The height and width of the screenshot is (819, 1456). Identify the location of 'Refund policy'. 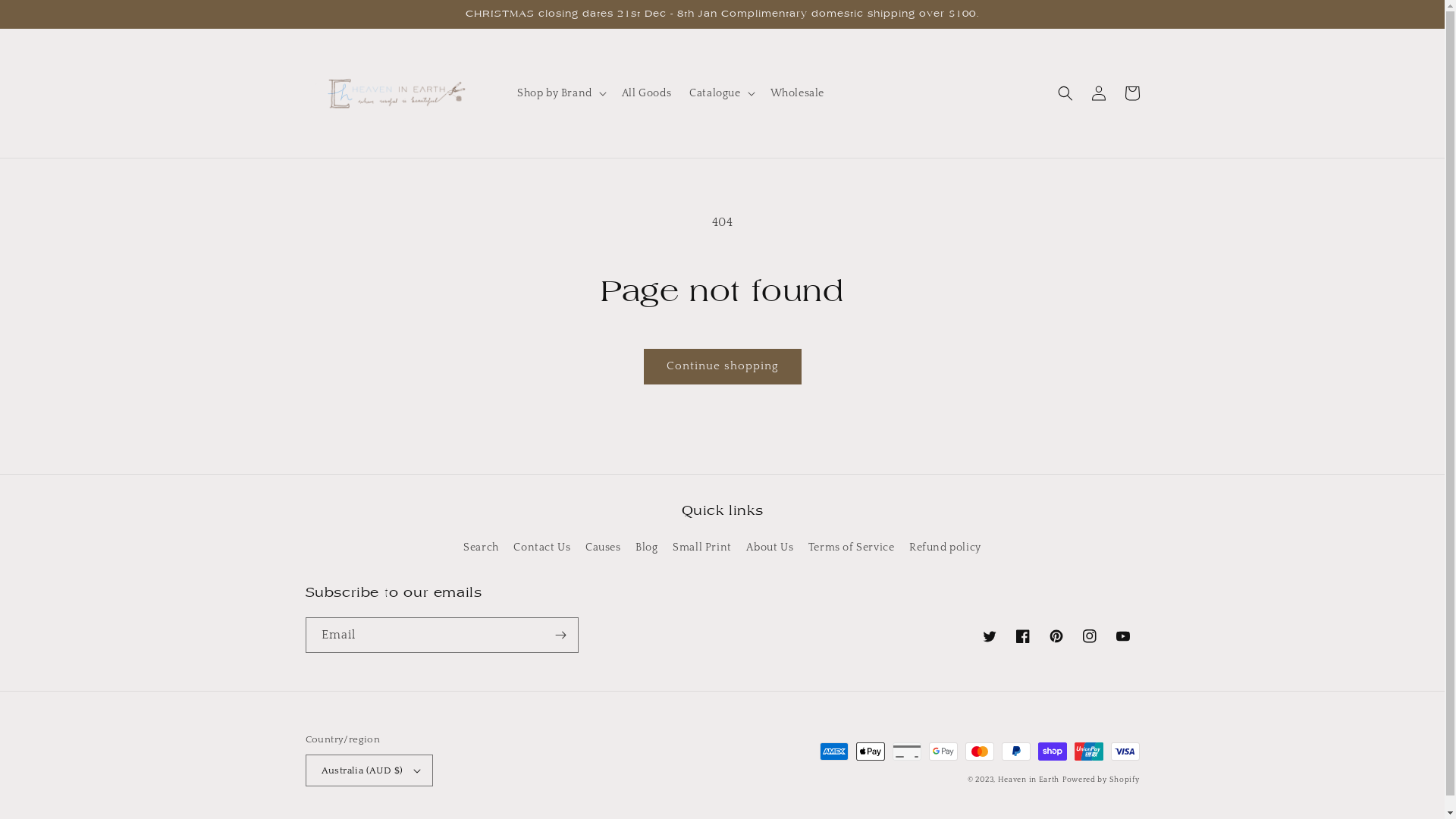
(944, 548).